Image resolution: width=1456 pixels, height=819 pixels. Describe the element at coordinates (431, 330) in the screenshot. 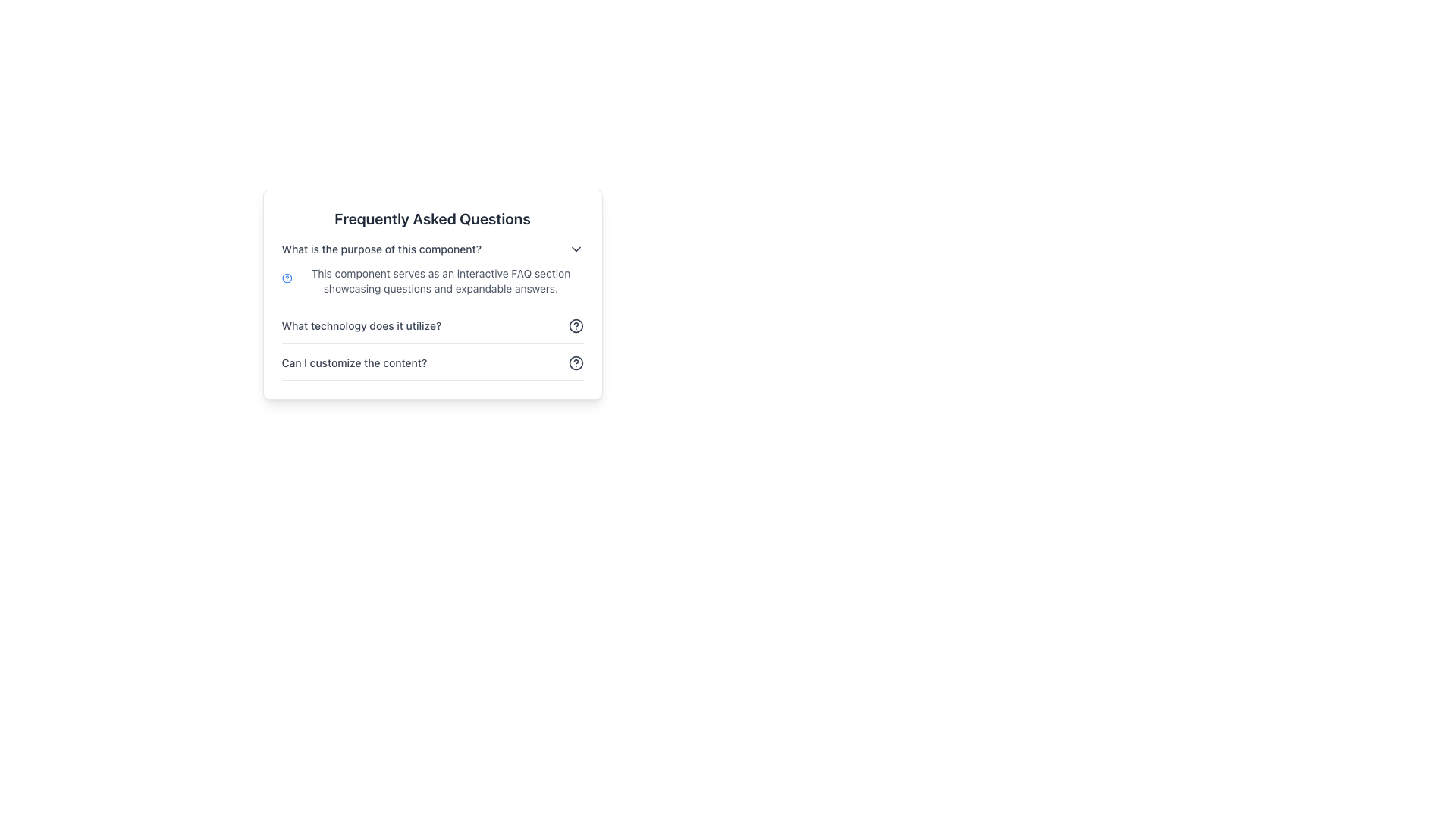

I see `the question mark icon in the second FAQ section header that asks 'What technology does it utilize?'` at that location.